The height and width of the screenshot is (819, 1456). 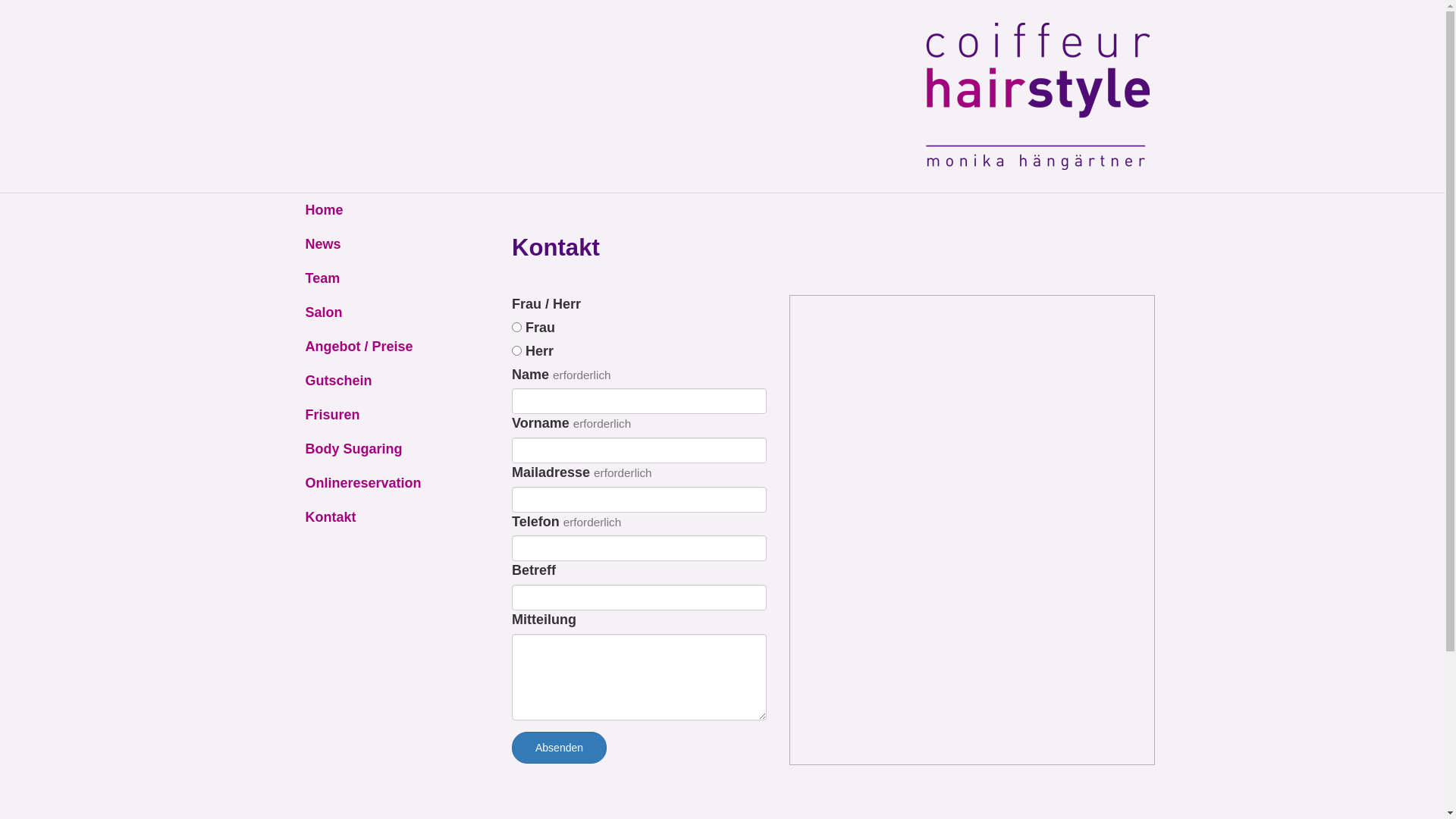 I want to click on 'Body Sugaring', so click(x=290, y=448).